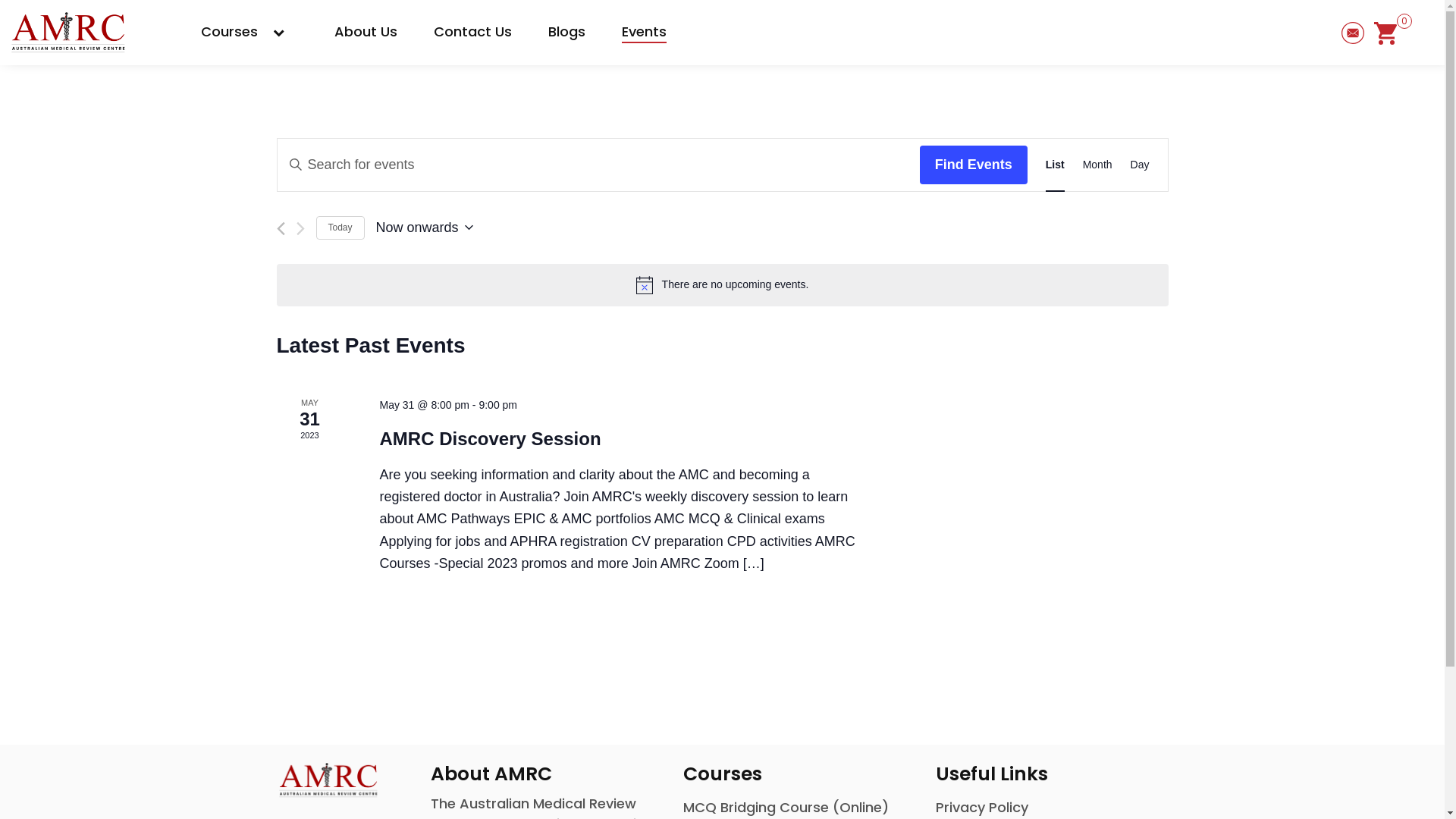 This screenshot has width=1456, height=819. I want to click on 'Courses', so click(249, 31).